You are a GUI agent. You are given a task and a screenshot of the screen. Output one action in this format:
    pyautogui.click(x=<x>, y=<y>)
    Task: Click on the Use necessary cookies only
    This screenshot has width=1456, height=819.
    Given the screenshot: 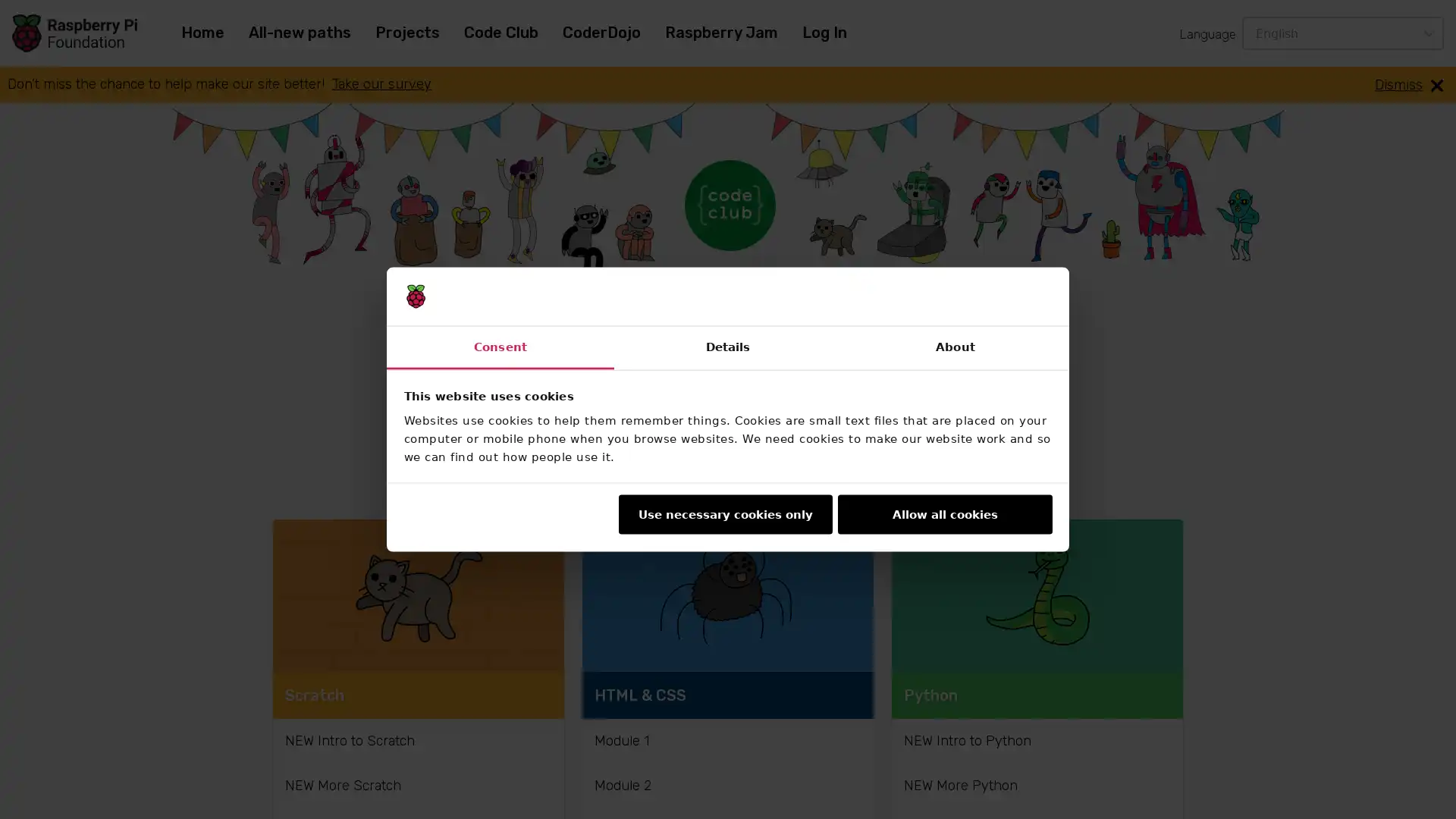 What is the action you would take?
    pyautogui.click(x=723, y=513)
    